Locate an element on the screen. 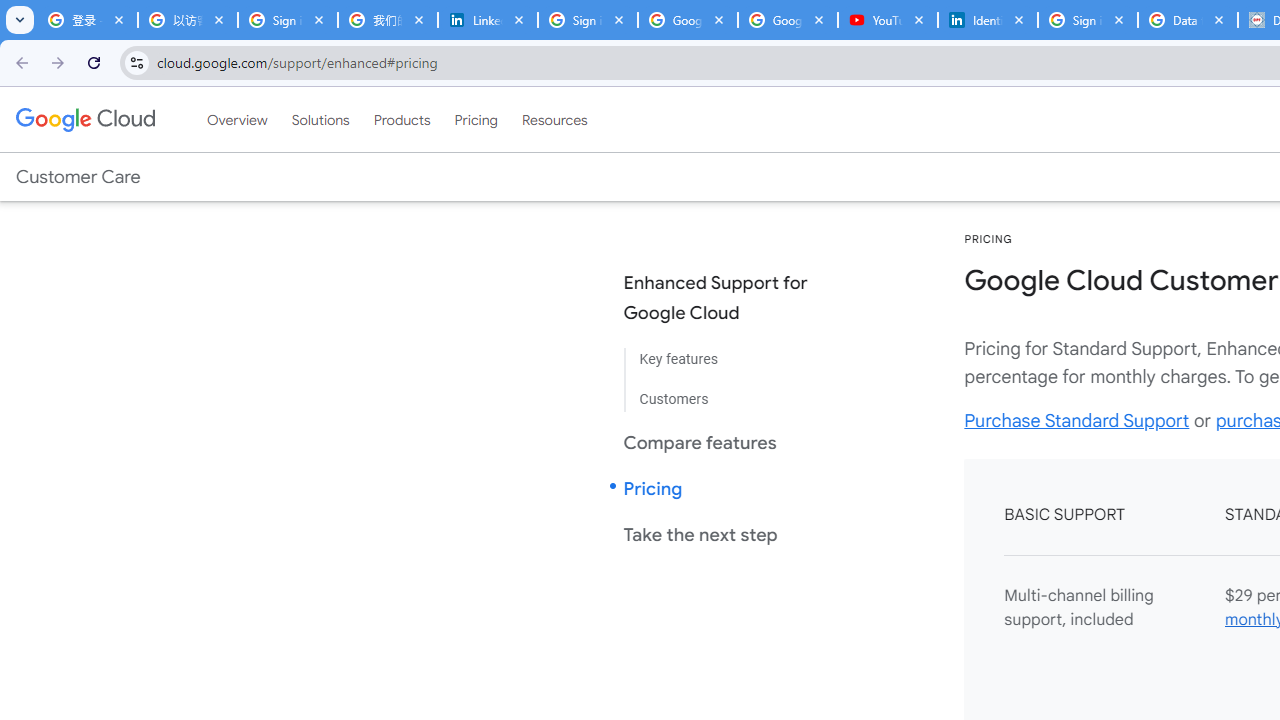 The image size is (1280, 720). 'Google Cloud' is located at coordinates (84, 119).